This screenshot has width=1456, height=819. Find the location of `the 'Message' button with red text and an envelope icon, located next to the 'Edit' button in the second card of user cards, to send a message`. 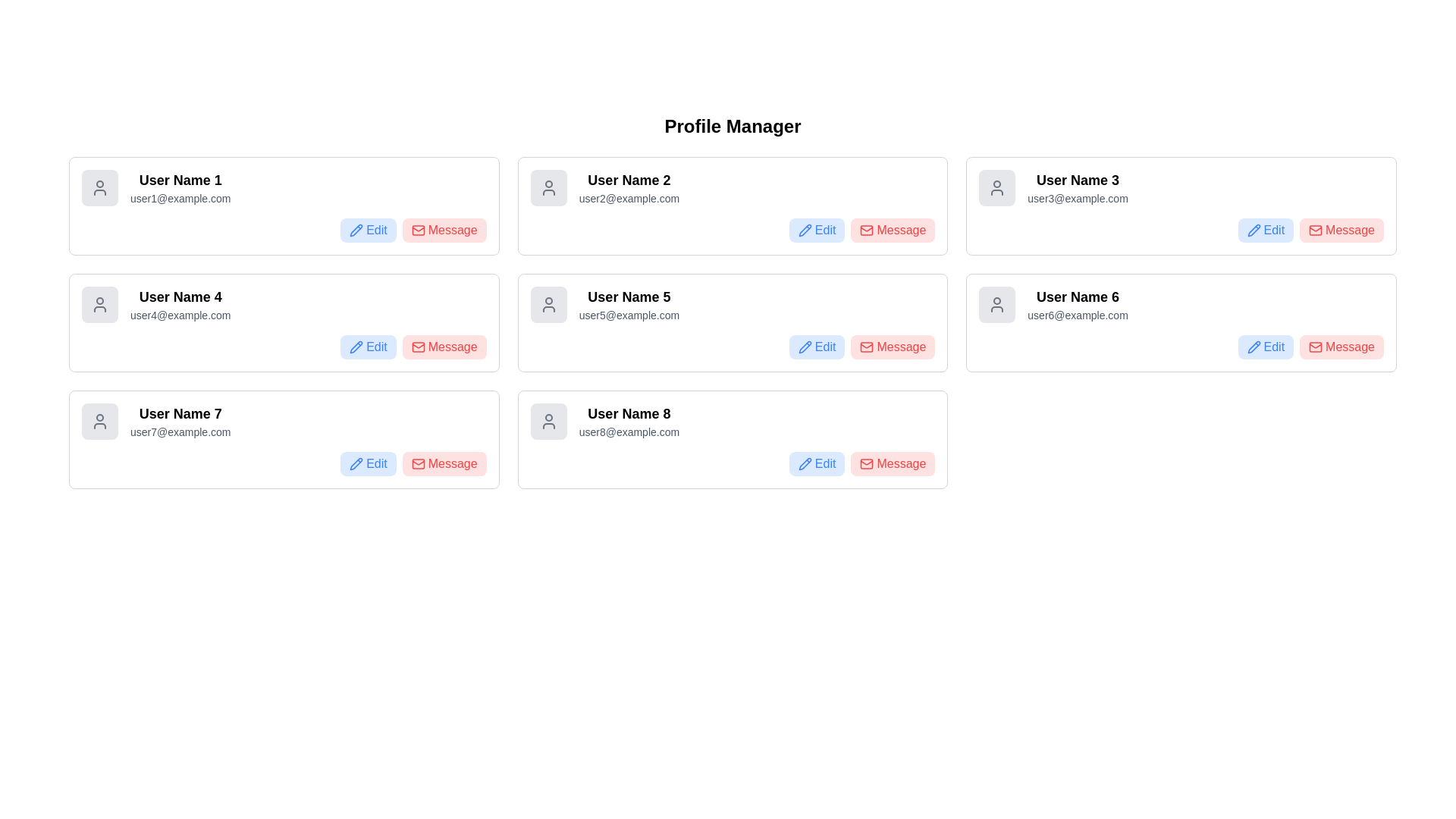

the 'Message' button with red text and an envelope icon, located next to the 'Edit' button in the second card of user cards, to send a message is located at coordinates (893, 231).